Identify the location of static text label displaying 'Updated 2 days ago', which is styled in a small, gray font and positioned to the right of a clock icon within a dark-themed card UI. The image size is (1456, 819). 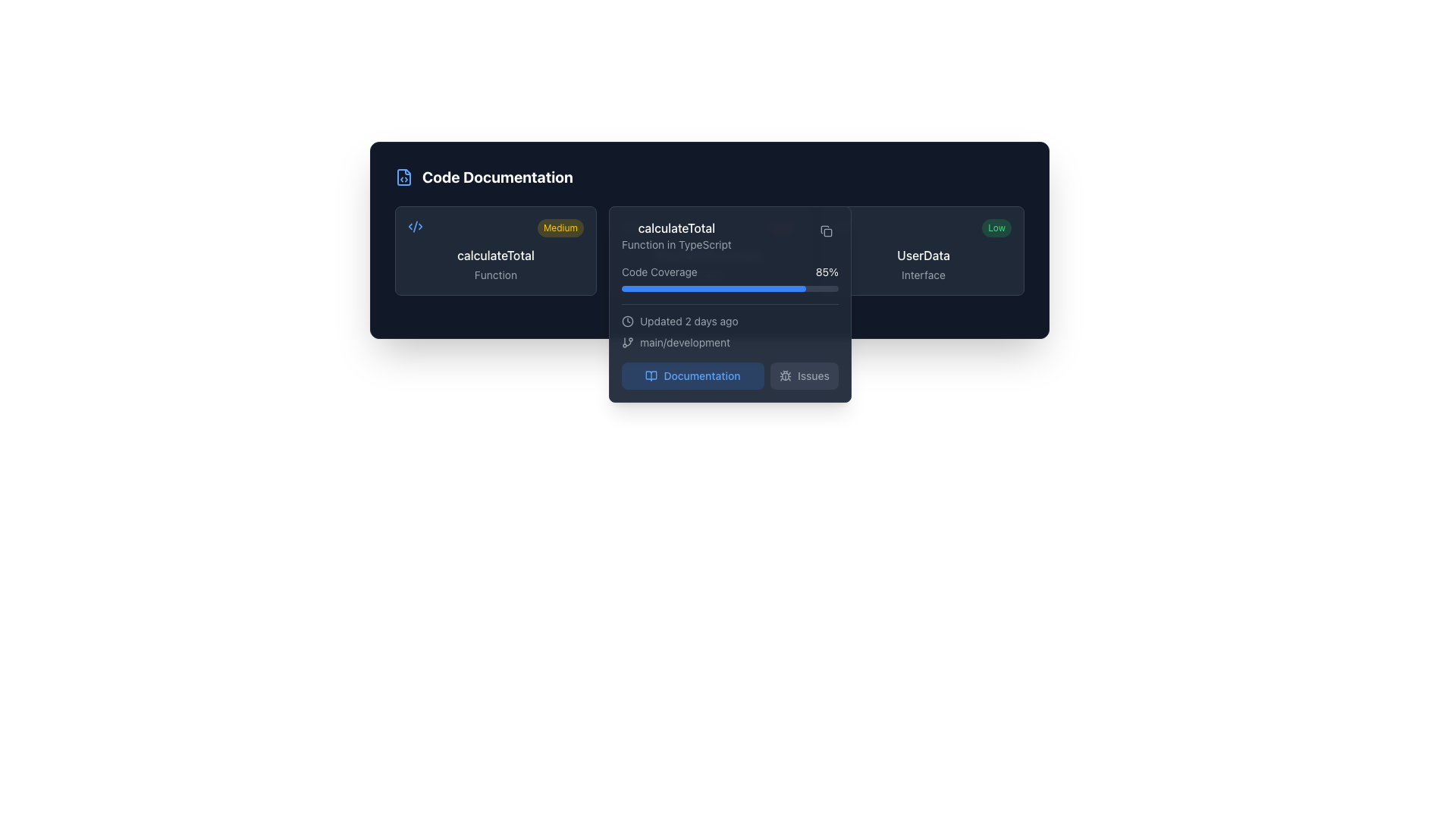
(688, 321).